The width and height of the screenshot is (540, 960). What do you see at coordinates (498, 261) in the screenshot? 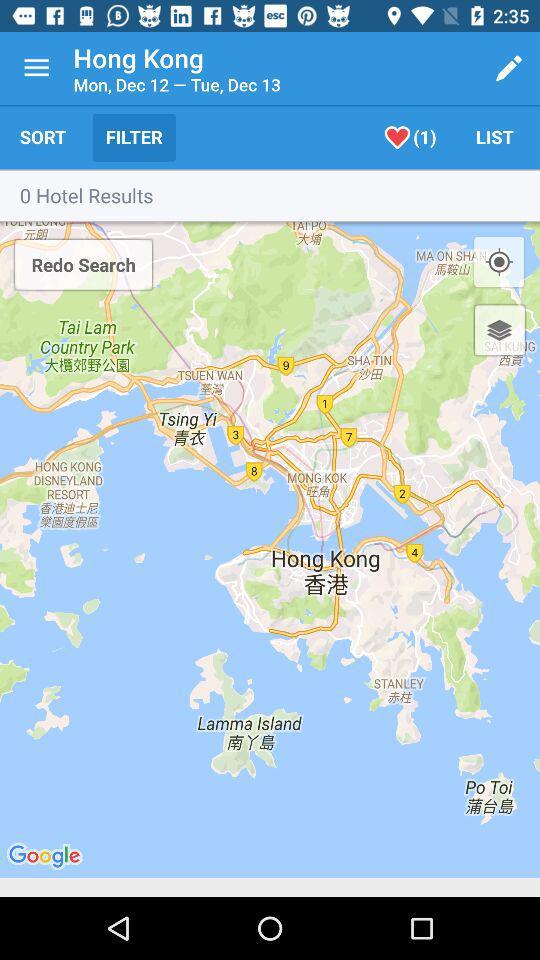
I see `the location_crosshair icon` at bounding box center [498, 261].